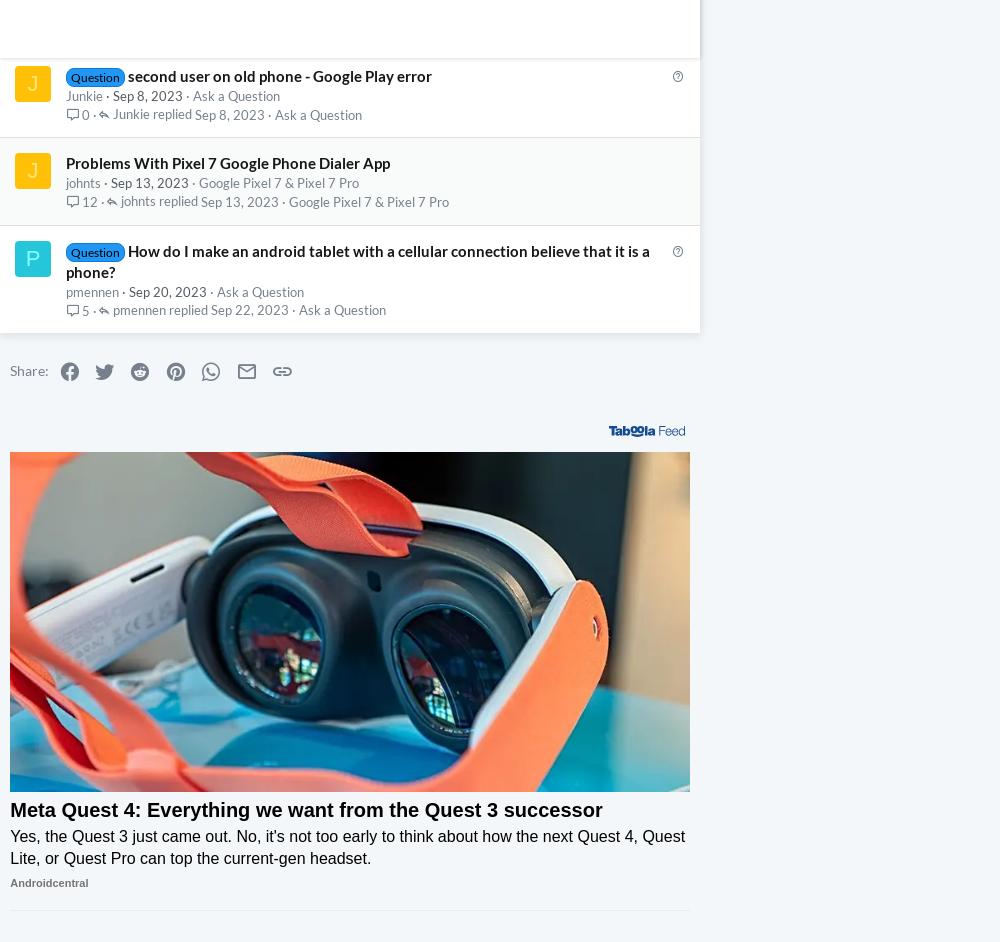 Image resolution: width=1000 pixels, height=942 pixels. Describe the element at coordinates (89, 201) in the screenshot. I see `'12'` at that location.